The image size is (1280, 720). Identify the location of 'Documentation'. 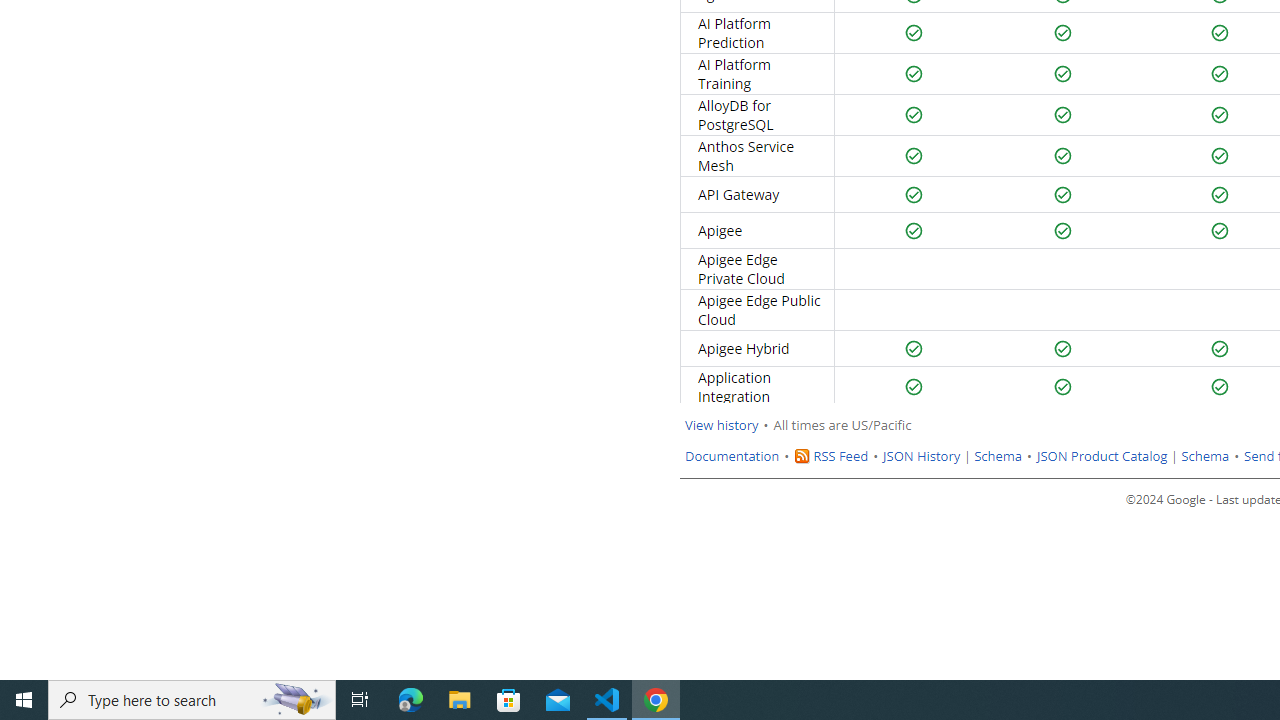
(731, 456).